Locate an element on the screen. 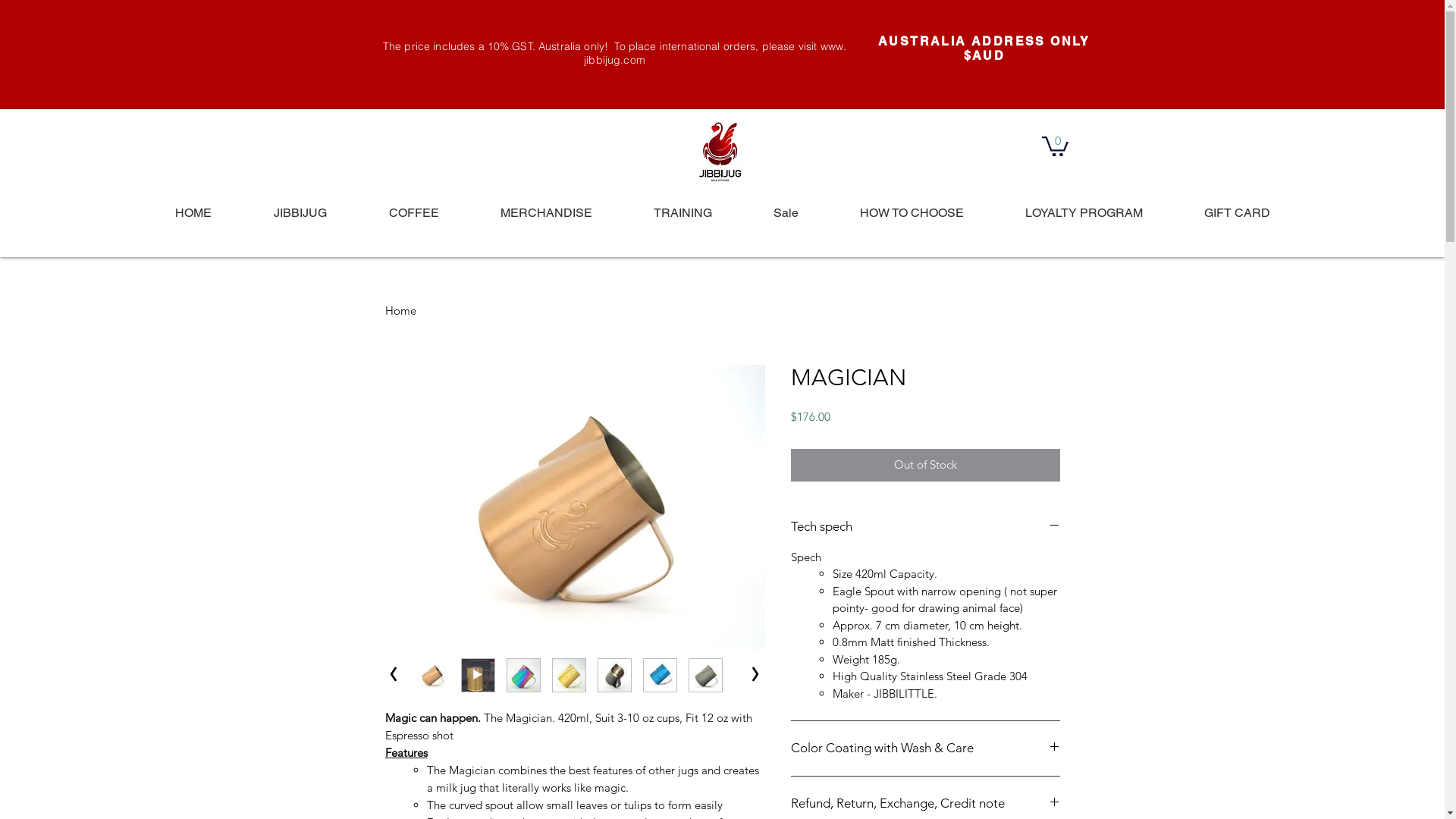 The height and width of the screenshot is (819, 1456). '0' is located at coordinates (1054, 145).